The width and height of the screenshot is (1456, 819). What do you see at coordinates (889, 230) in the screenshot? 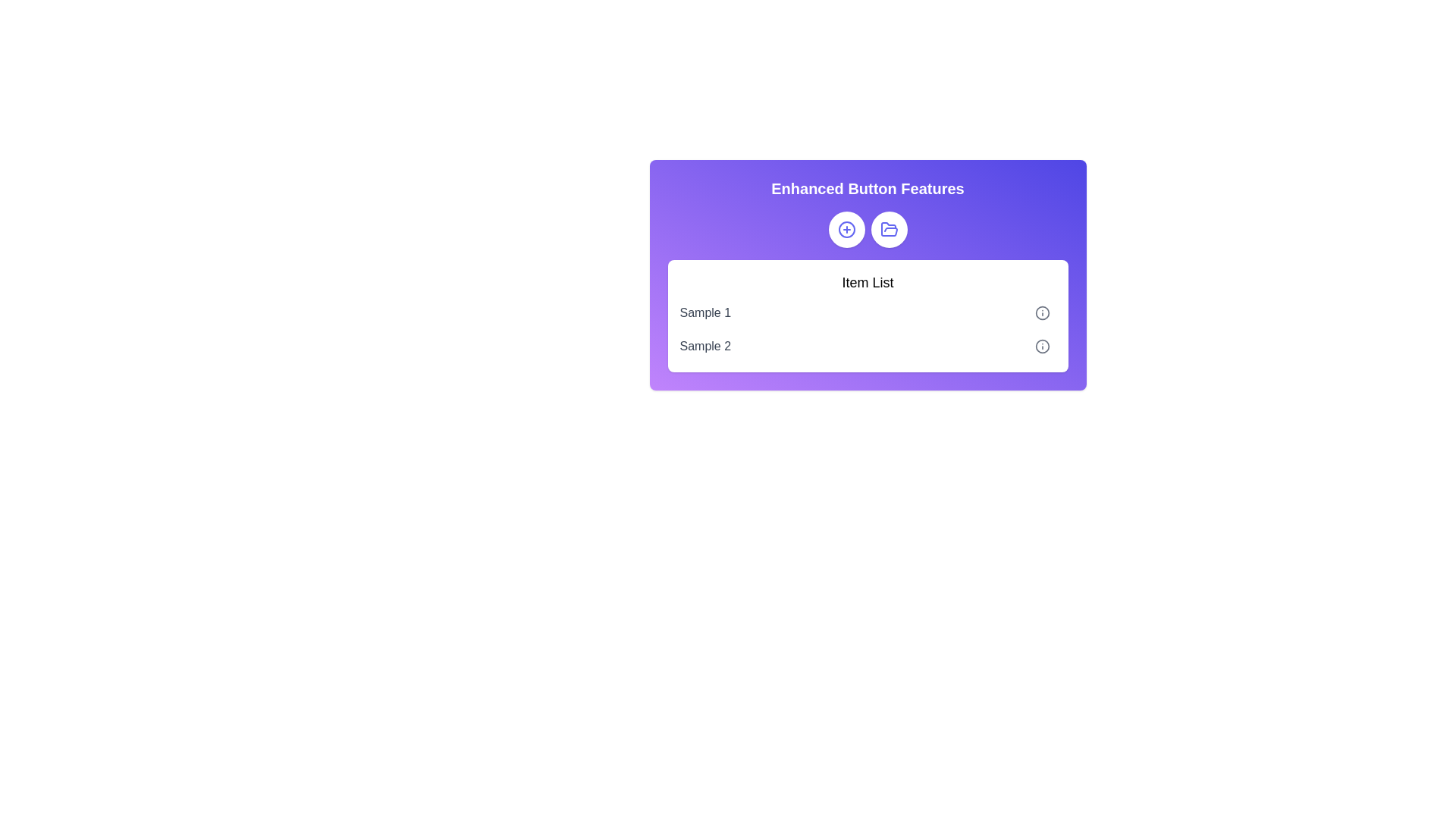
I see `the icon button located at the center of the right circular button in a group of two buttons, positioned in the upper-middle part of the panel` at bounding box center [889, 230].